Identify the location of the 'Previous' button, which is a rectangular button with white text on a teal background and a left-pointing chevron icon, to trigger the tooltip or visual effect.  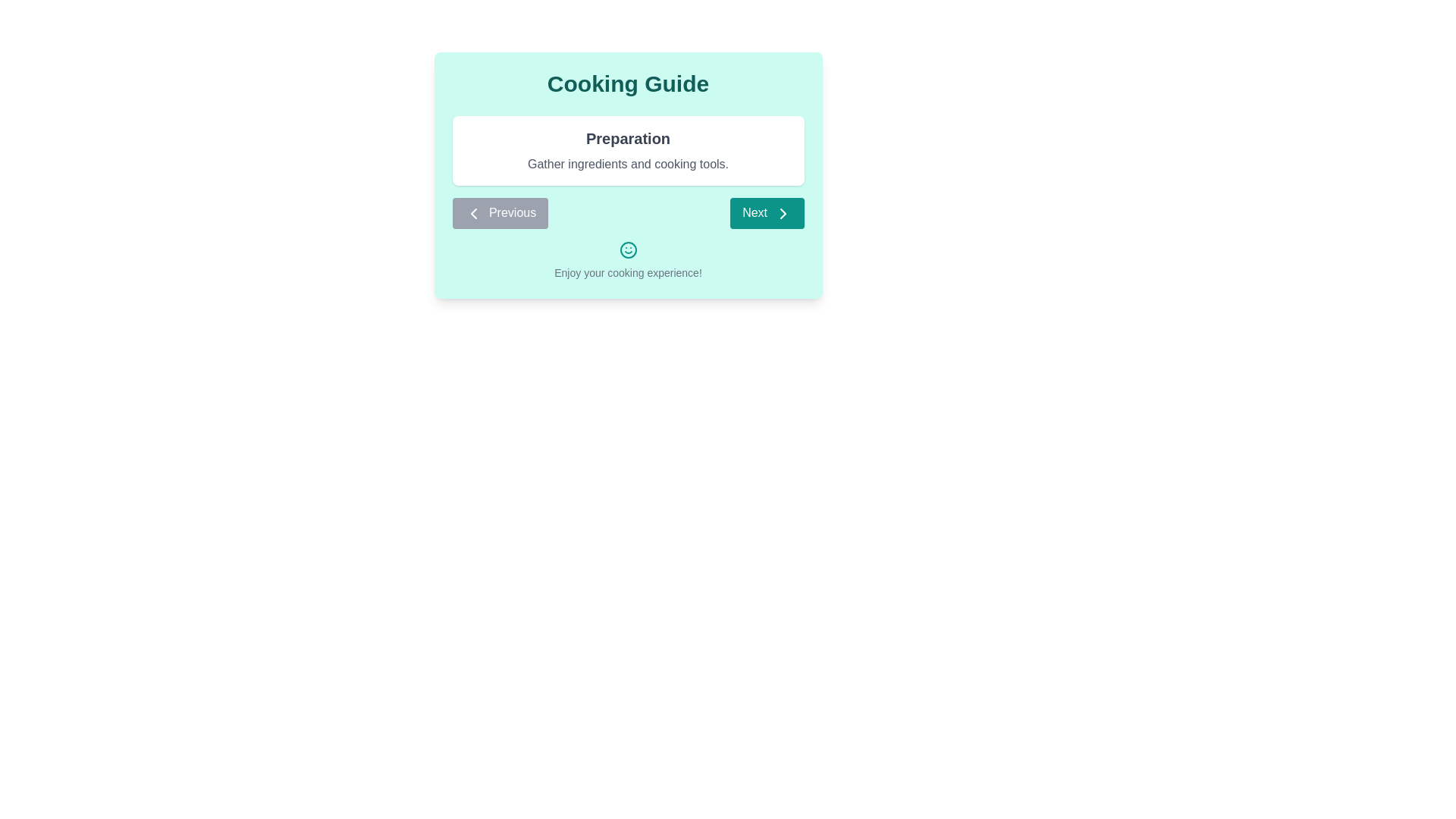
(500, 213).